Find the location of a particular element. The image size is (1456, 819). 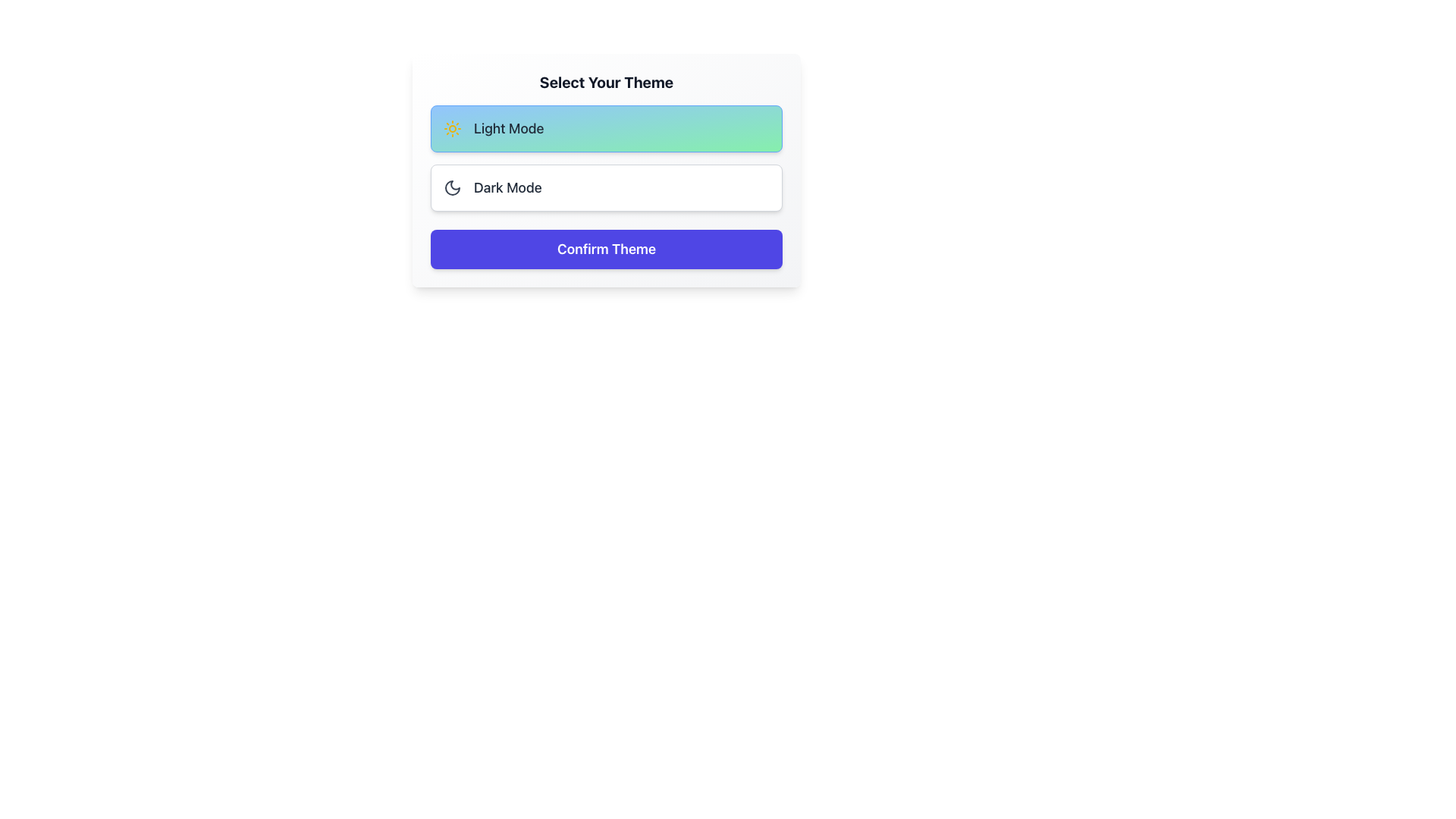

the 'Light Mode' static text label that indicates the theme selection option, which is centrally positioned within a rounded rectangular background near the top of the interface is located at coordinates (509, 127).